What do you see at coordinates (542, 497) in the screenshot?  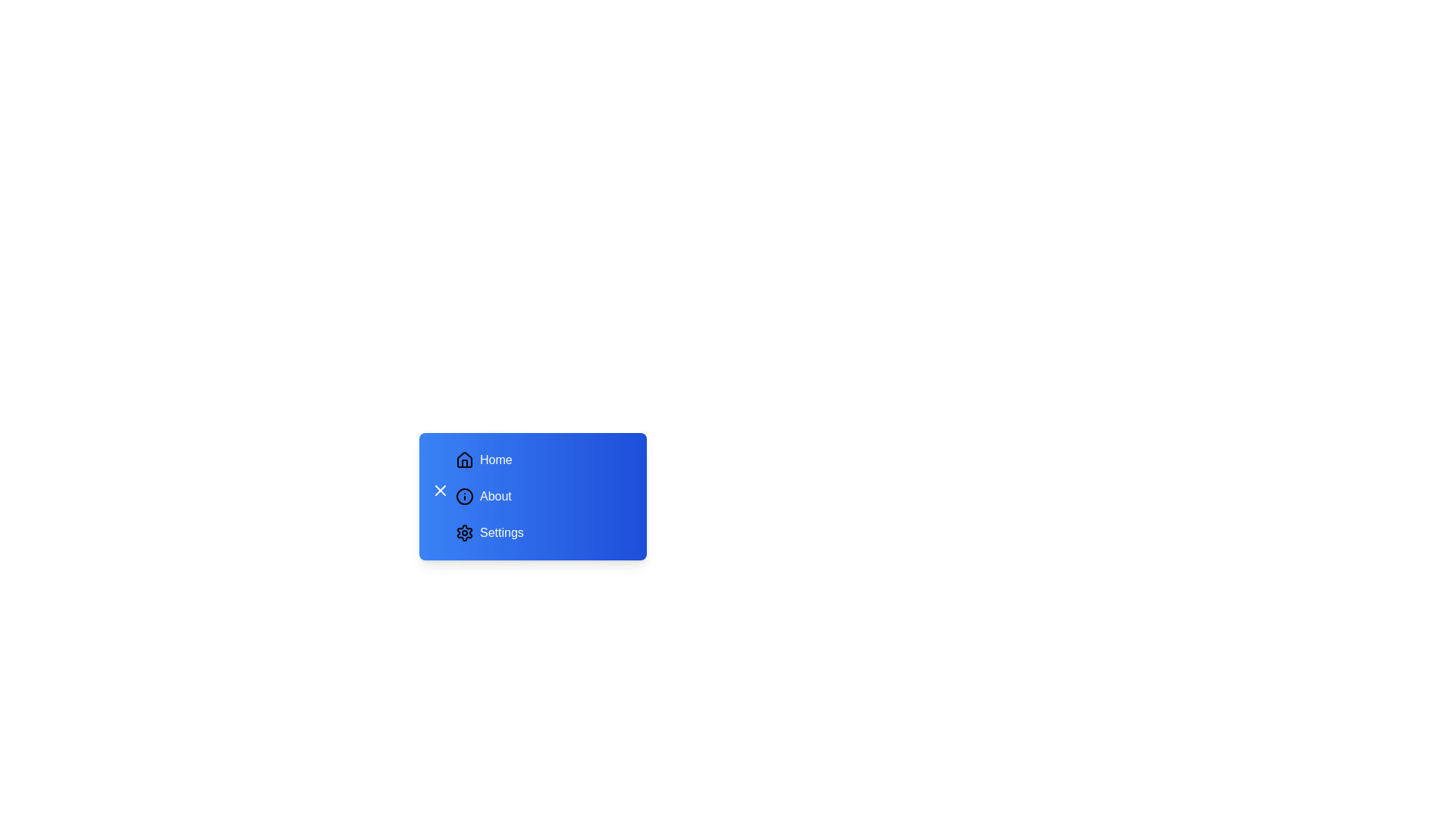 I see `the menu item About to trigger its hover effect` at bounding box center [542, 497].